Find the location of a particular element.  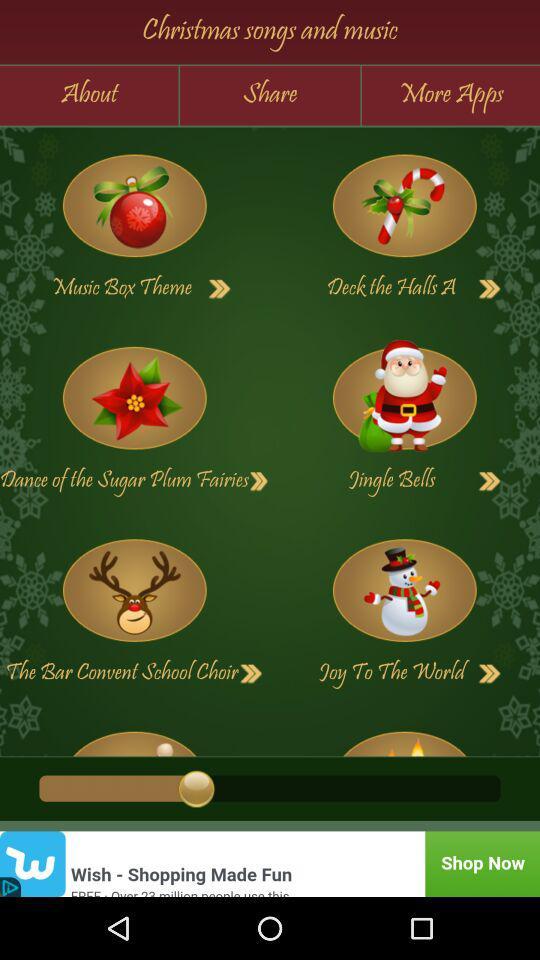

advertisement banner is located at coordinates (270, 863).